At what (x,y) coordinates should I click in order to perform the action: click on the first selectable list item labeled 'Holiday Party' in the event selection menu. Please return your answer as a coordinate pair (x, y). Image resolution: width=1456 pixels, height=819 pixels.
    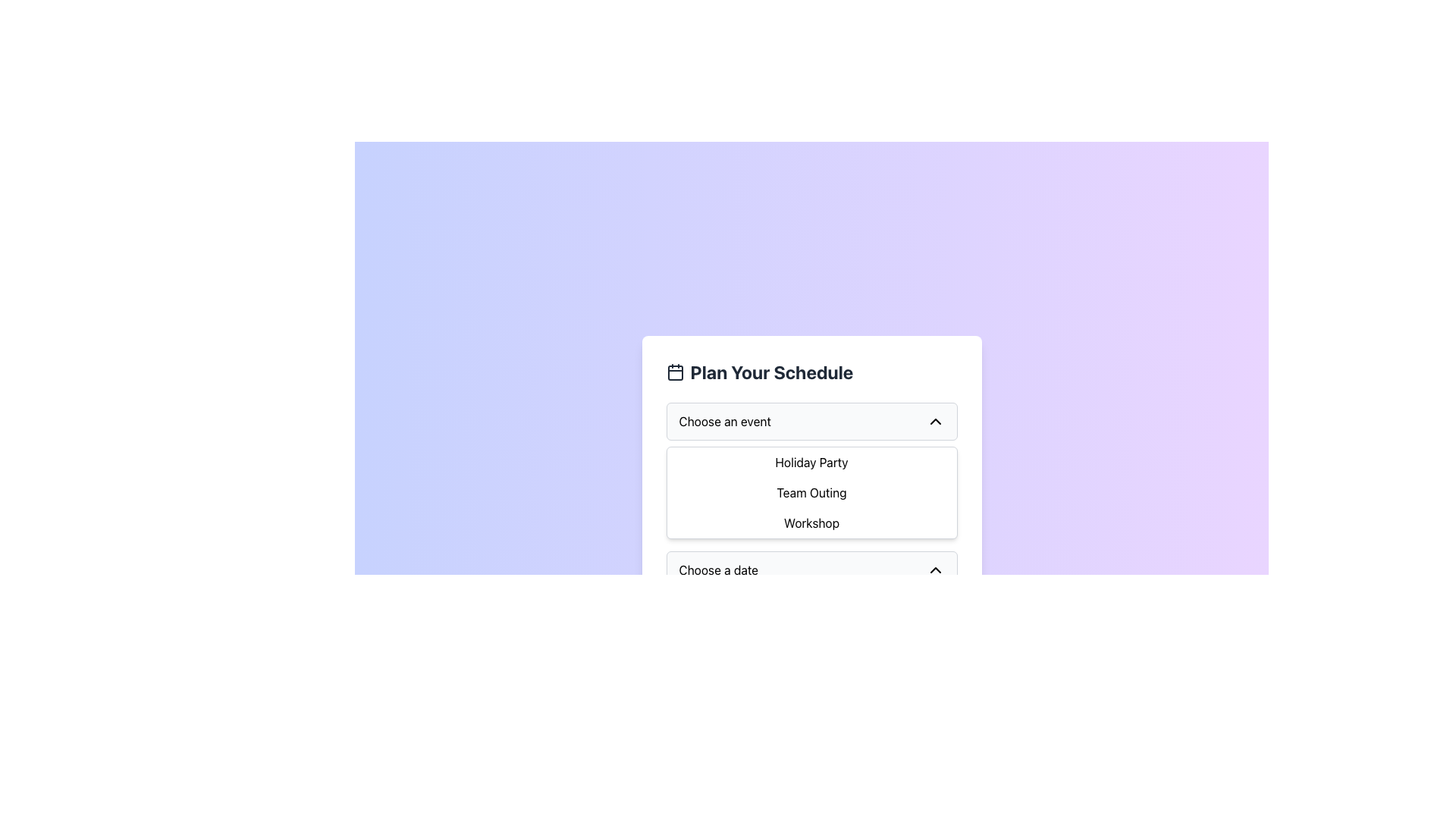
    Looking at the image, I should click on (811, 461).